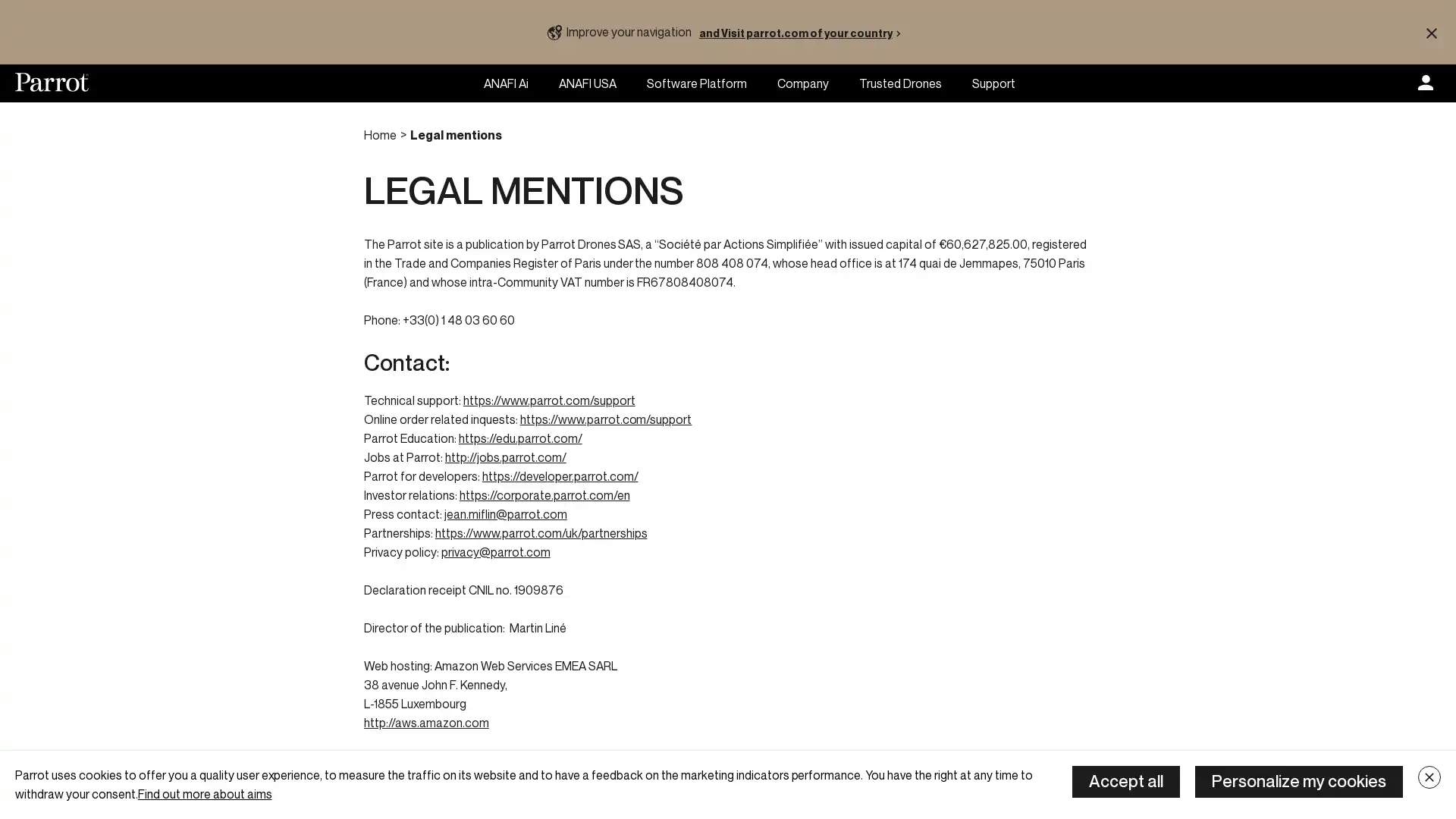 The height and width of the screenshot is (819, 1456). What do you see at coordinates (802, 32) in the screenshot?
I see `and Visit parrot.com of your country go to my shop` at bounding box center [802, 32].